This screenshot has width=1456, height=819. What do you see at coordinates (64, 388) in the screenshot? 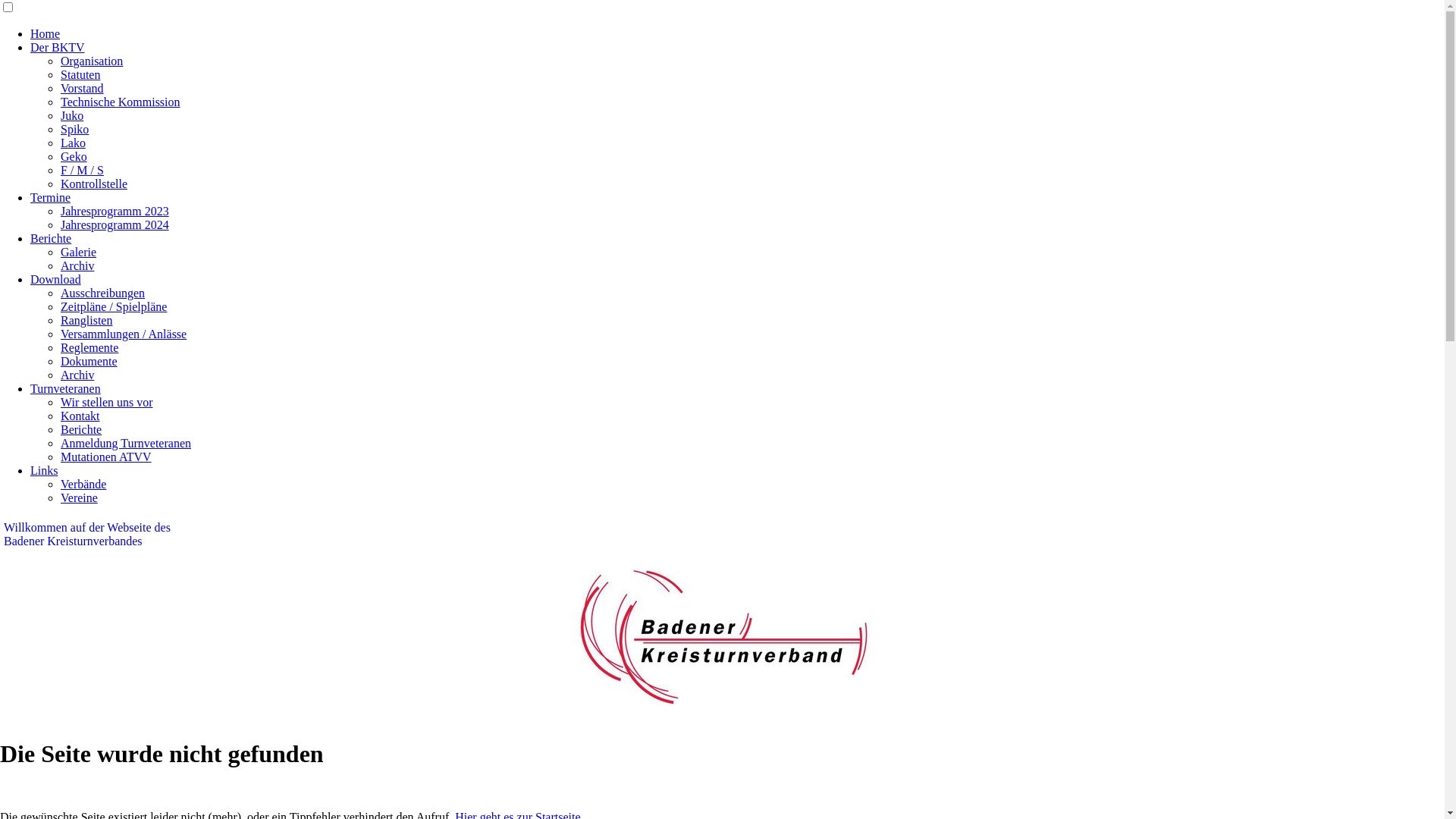
I see `'Turnveteranen'` at bounding box center [64, 388].